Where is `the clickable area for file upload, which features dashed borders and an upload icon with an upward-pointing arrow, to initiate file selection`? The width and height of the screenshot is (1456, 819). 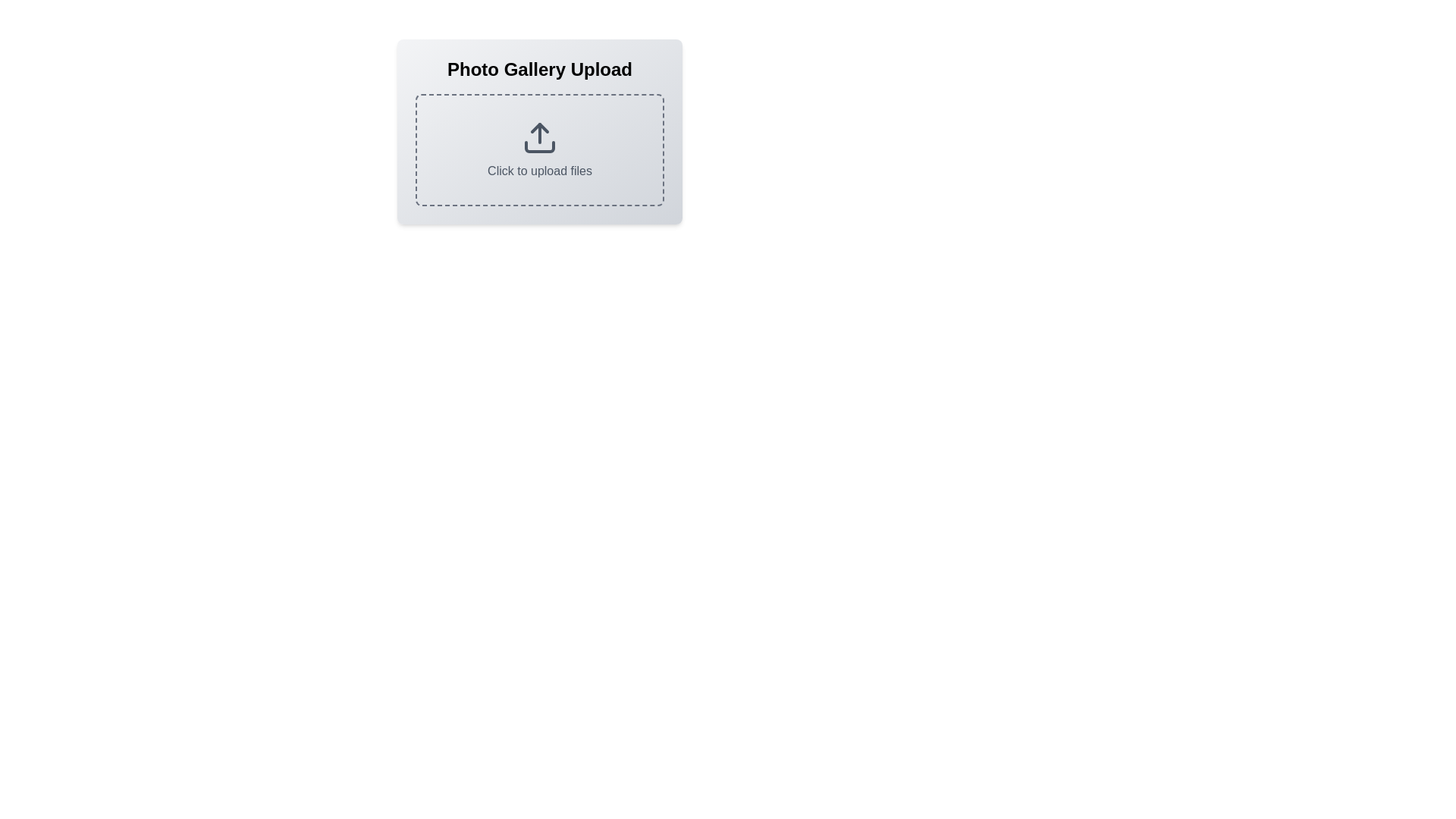
the clickable area for file upload, which features dashed borders and an upload icon with an upward-pointing arrow, to initiate file selection is located at coordinates (539, 149).